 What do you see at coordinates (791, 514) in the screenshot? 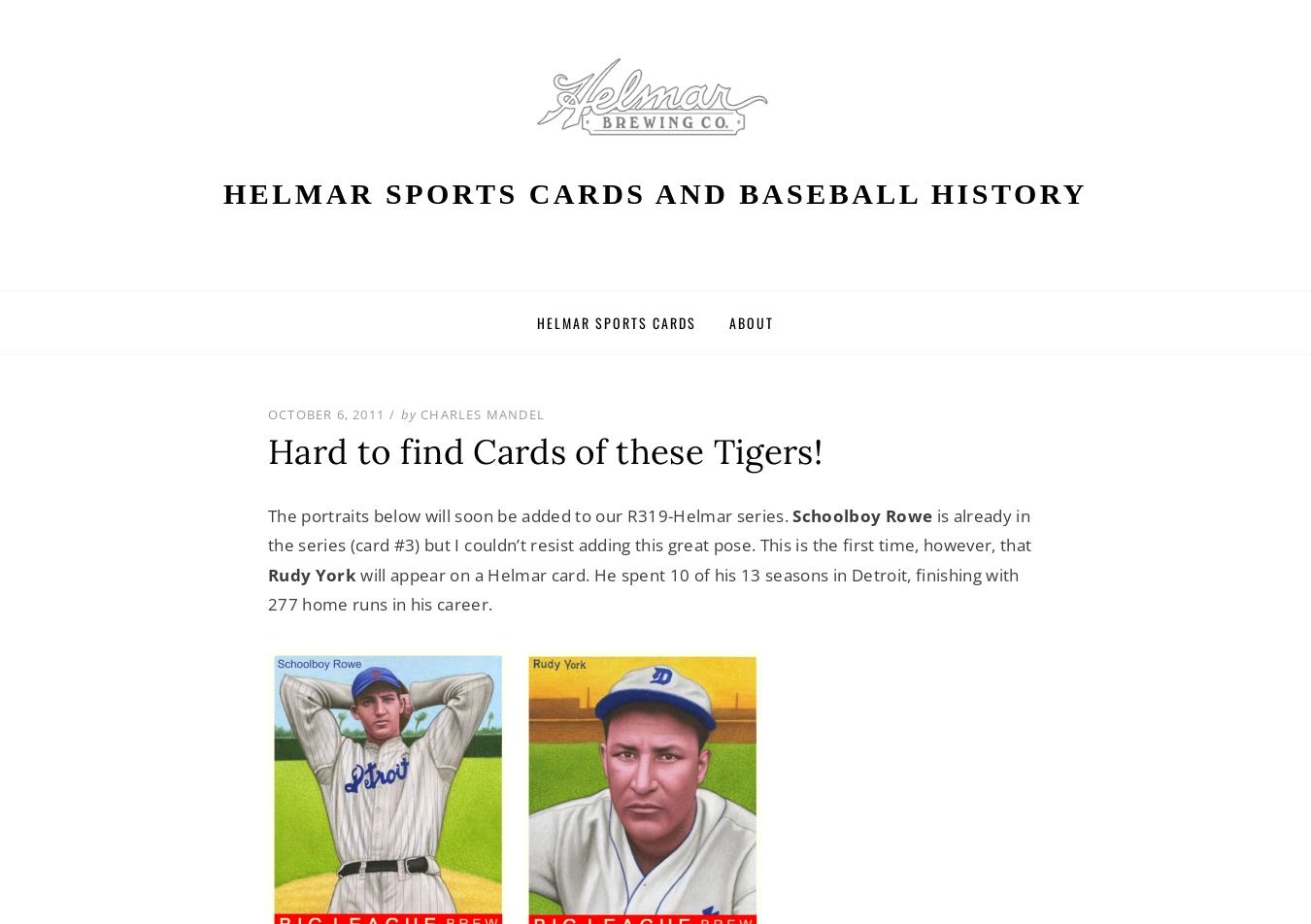
I see `'Schoolboy Rowe'` at bounding box center [791, 514].